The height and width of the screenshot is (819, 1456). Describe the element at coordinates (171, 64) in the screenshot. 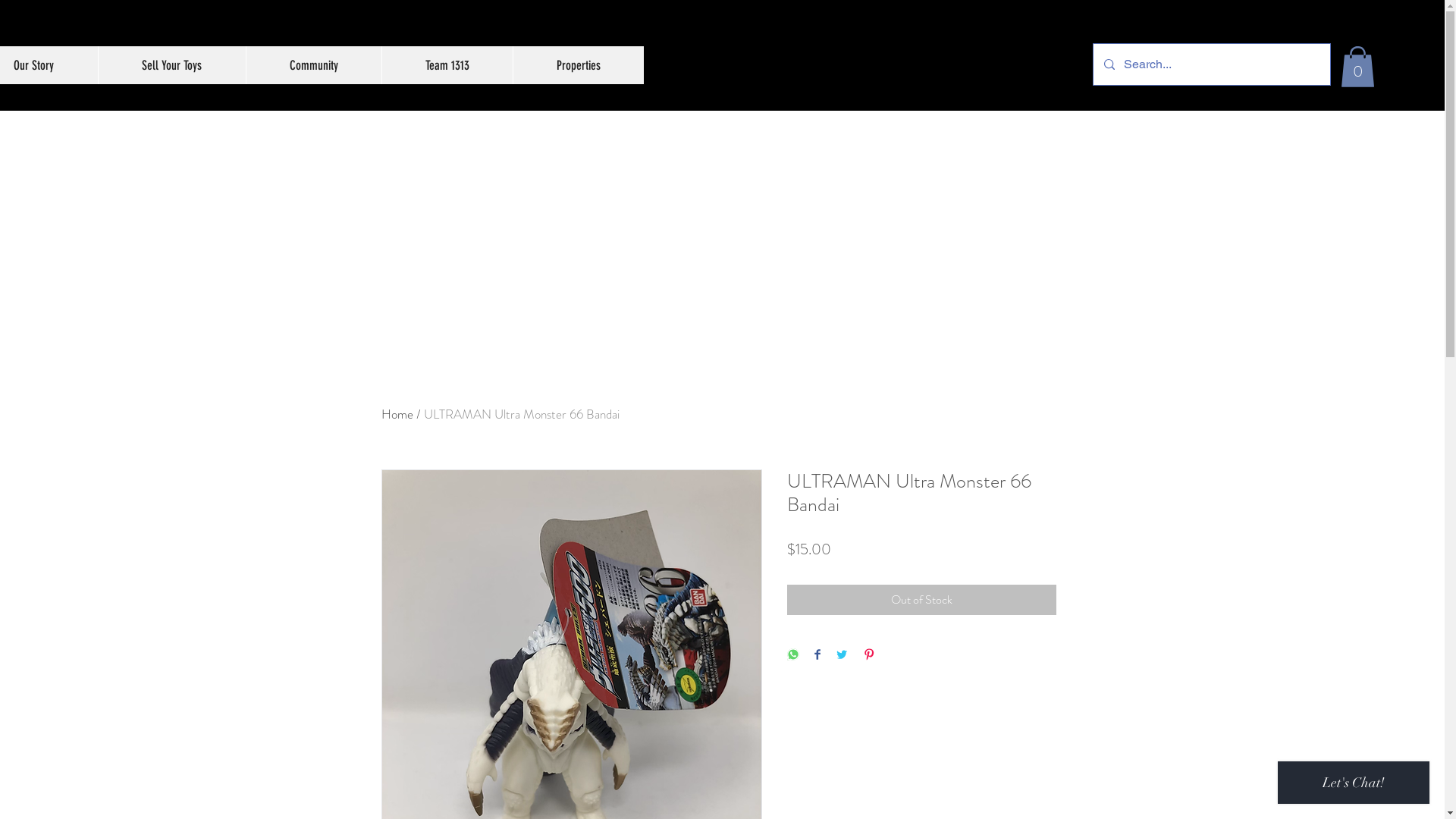

I see `'Sell Your Toys'` at that location.